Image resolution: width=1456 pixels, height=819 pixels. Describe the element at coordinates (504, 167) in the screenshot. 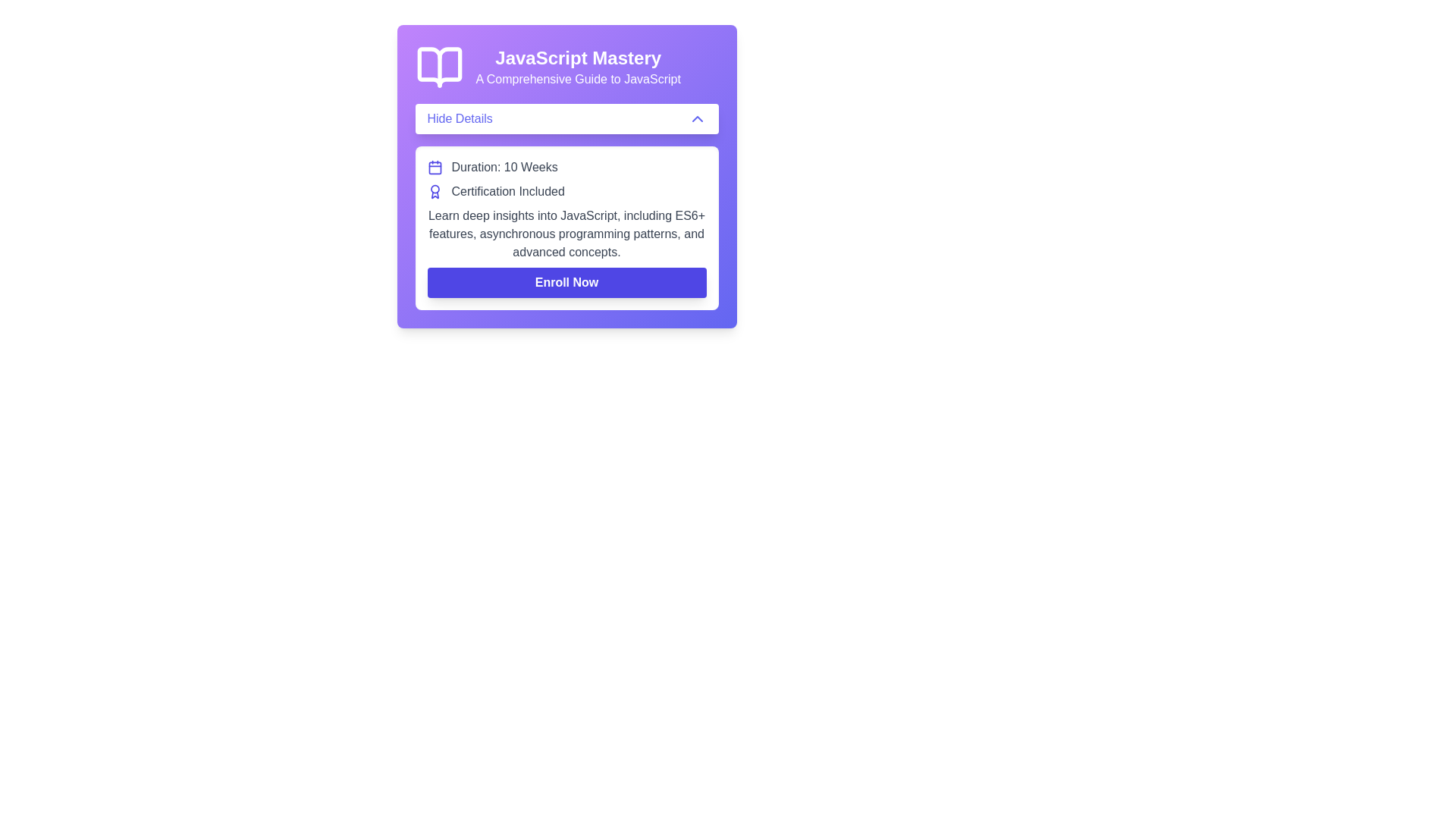

I see `the text label displaying 'Duration: 10 Weeks', which is located in the middle of a card interface, to the right of a calendar icon and above the 'Certification Included' text` at that location.